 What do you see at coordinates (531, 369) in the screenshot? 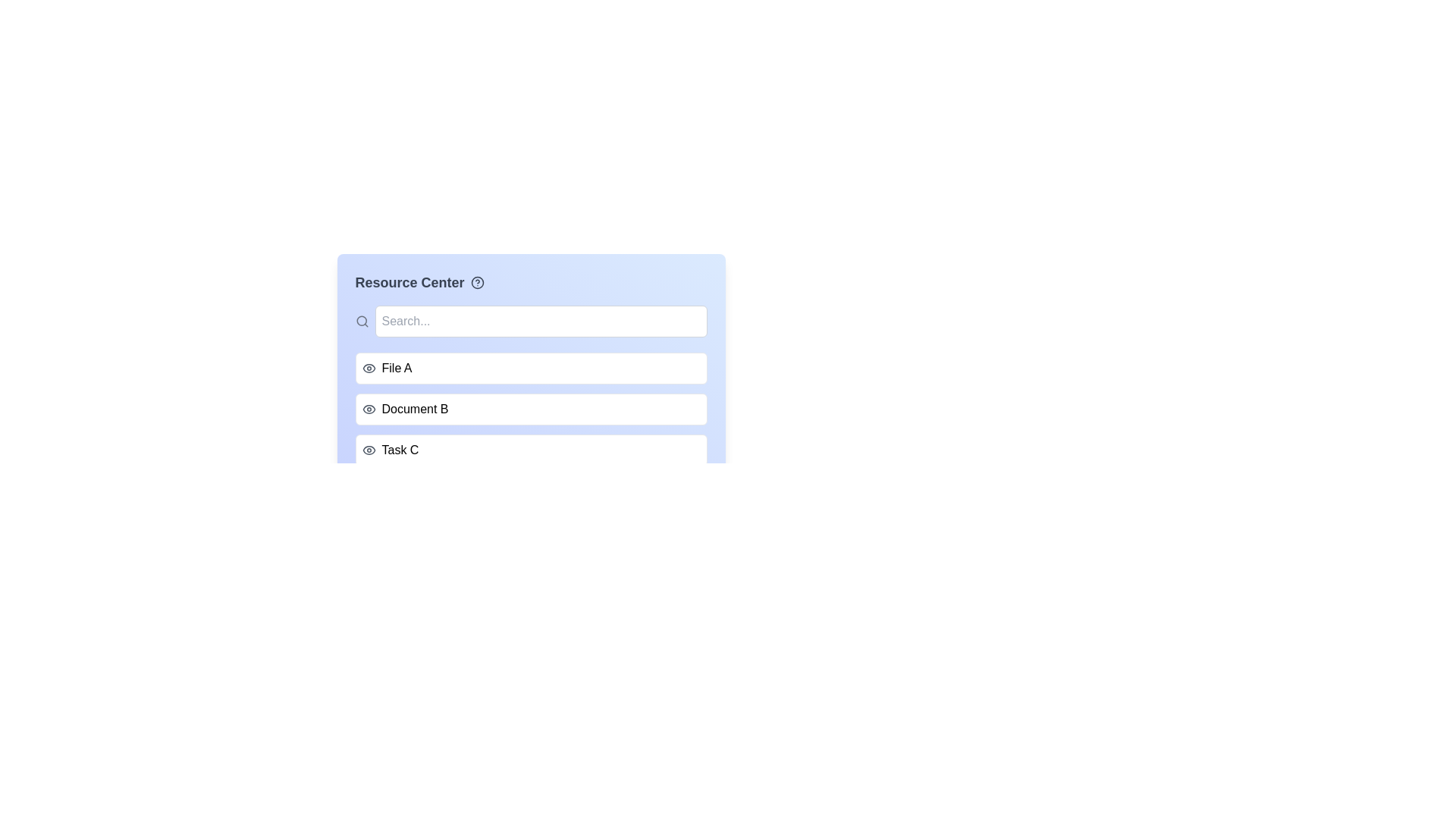
I see `the first list item labeled 'File A' in the 'Resource Center' section` at bounding box center [531, 369].